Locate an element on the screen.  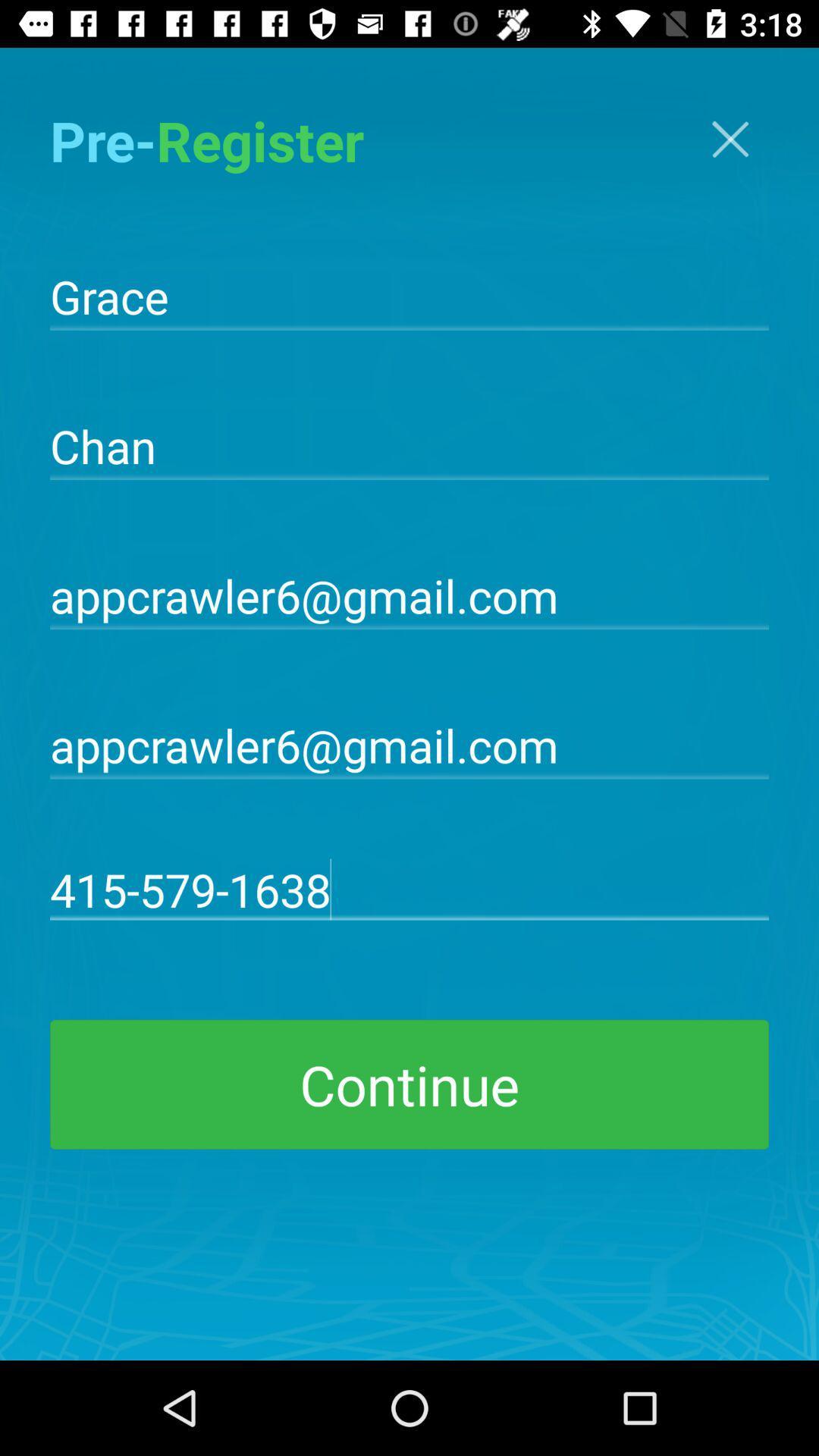
the close icon is located at coordinates (730, 139).